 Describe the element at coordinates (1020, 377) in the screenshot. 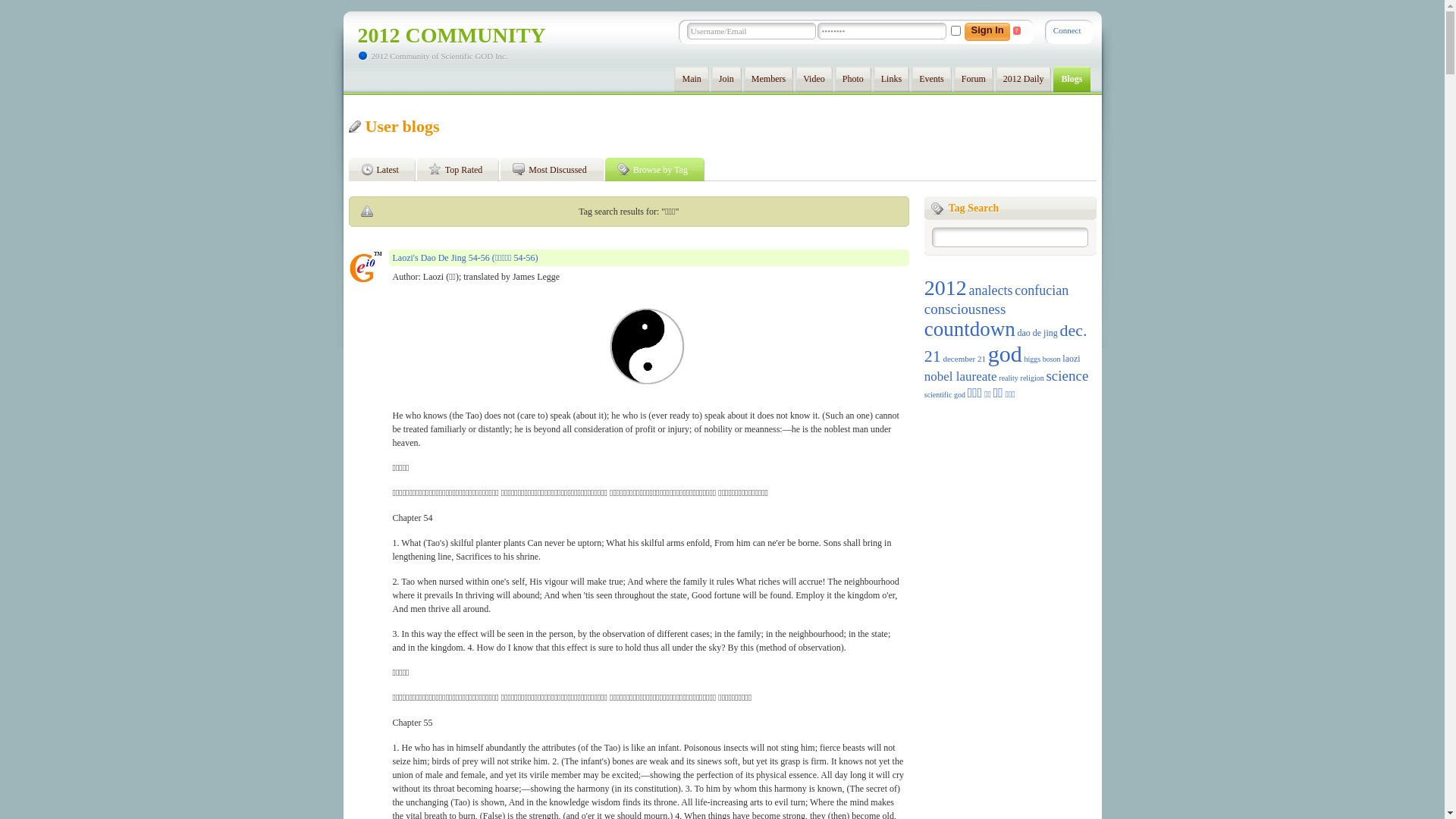

I see `'religion'` at that location.